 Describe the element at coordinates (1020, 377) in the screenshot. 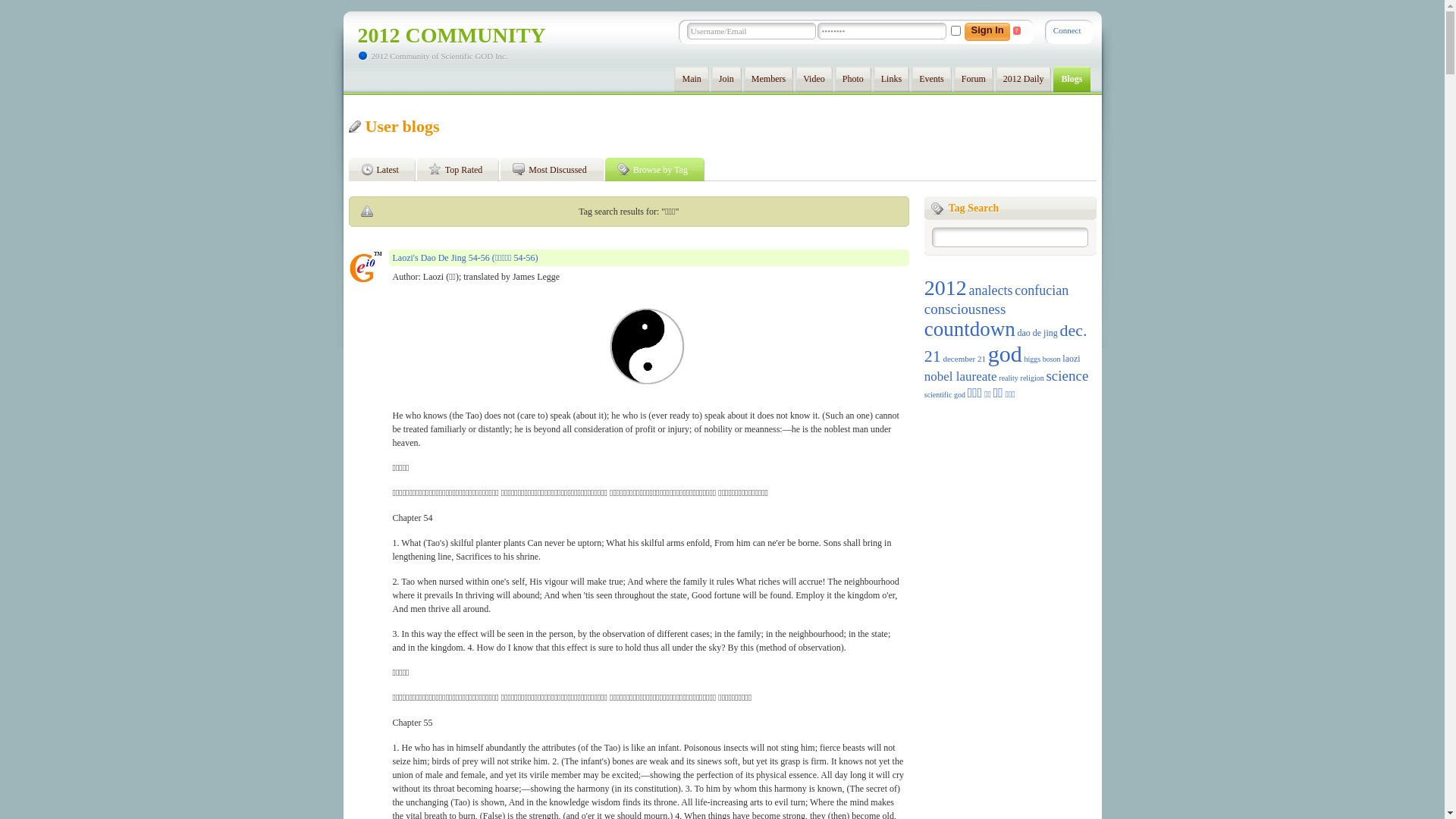

I see `'religion'` at that location.